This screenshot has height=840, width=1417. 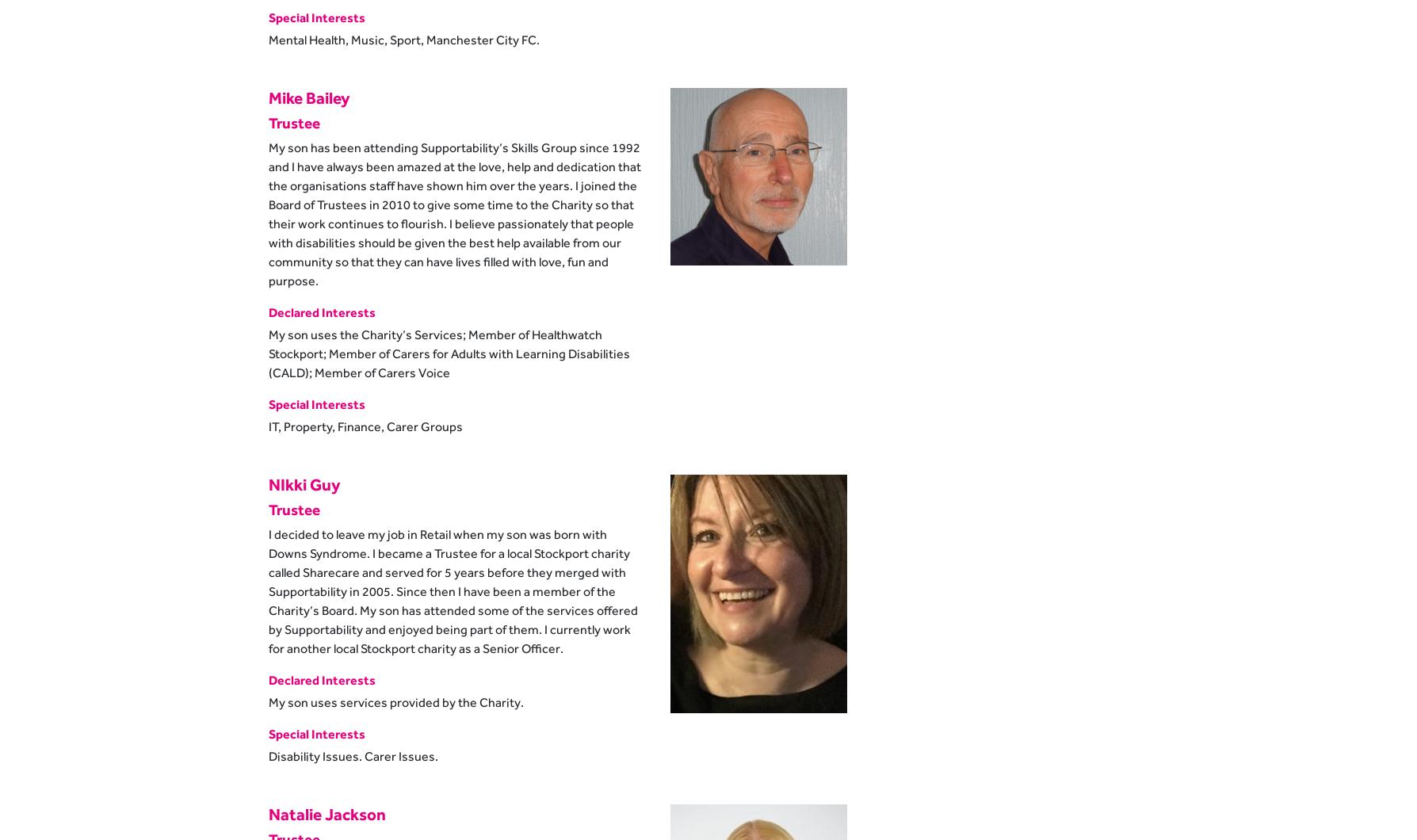 What do you see at coordinates (268, 483) in the screenshot?
I see `'NIkki Guy'` at bounding box center [268, 483].